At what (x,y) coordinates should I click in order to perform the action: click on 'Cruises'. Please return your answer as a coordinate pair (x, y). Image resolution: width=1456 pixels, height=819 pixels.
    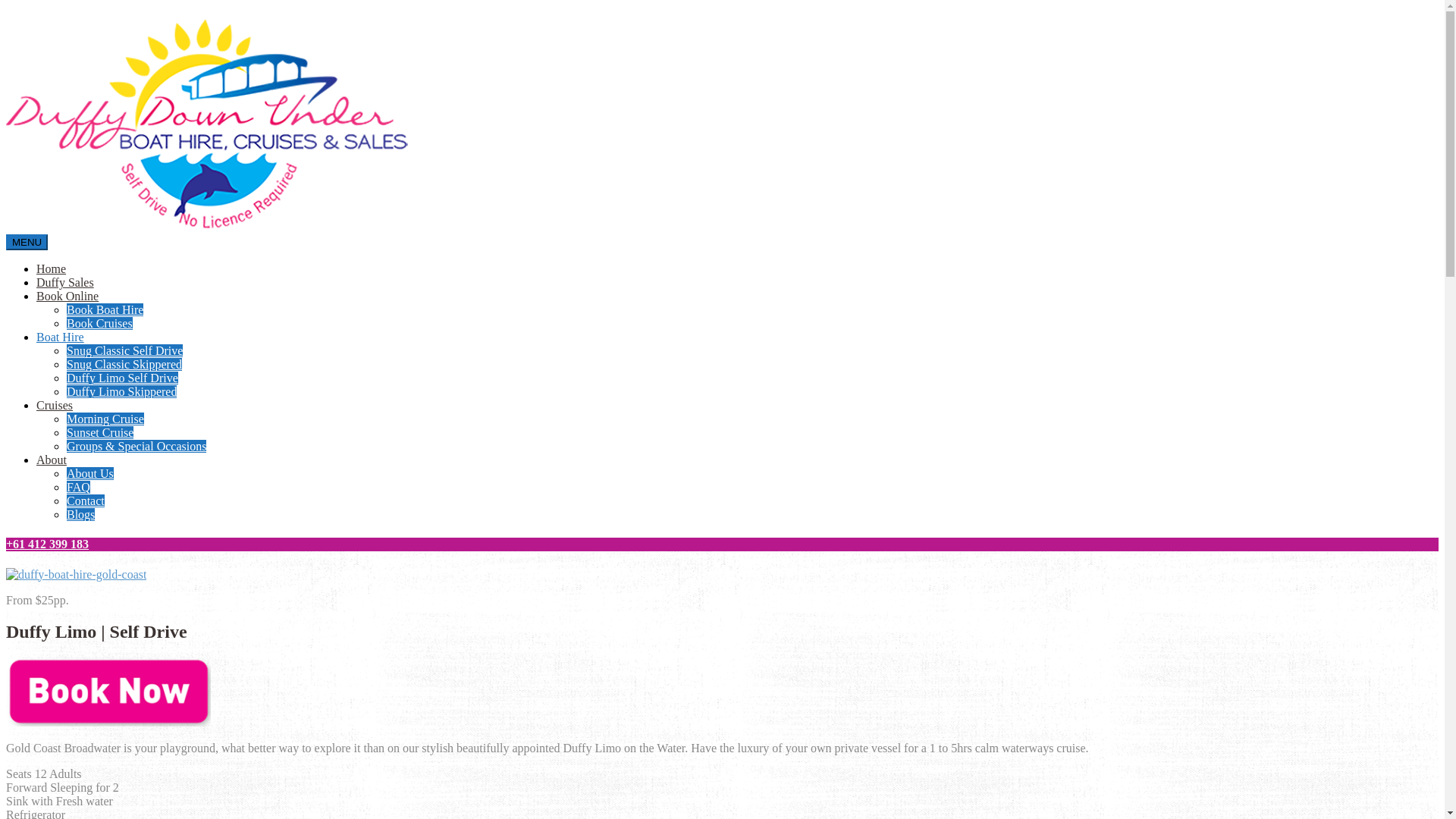
    Looking at the image, I should click on (55, 404).